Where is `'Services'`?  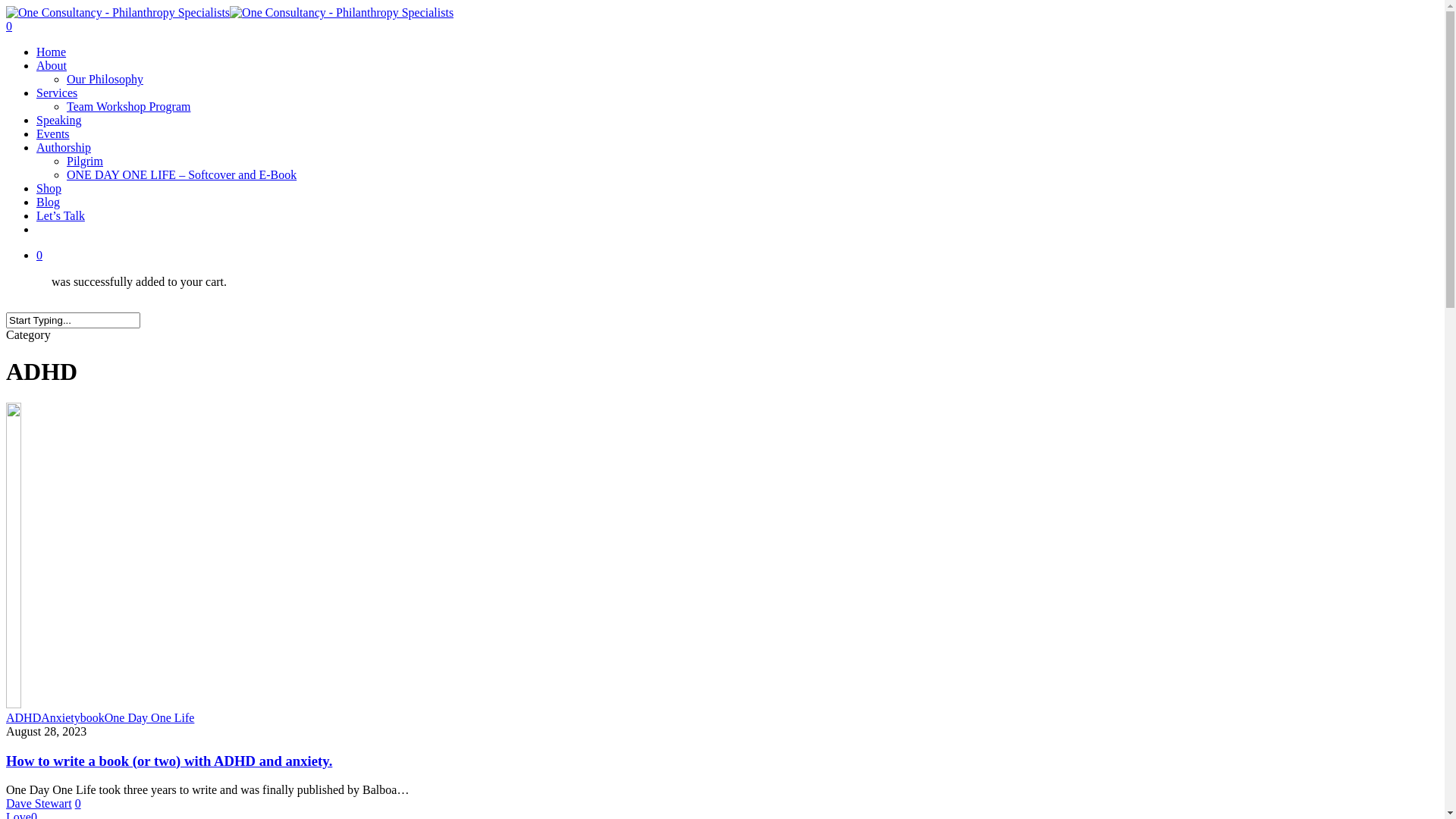 'Services' is located at coordinates (57, 93).